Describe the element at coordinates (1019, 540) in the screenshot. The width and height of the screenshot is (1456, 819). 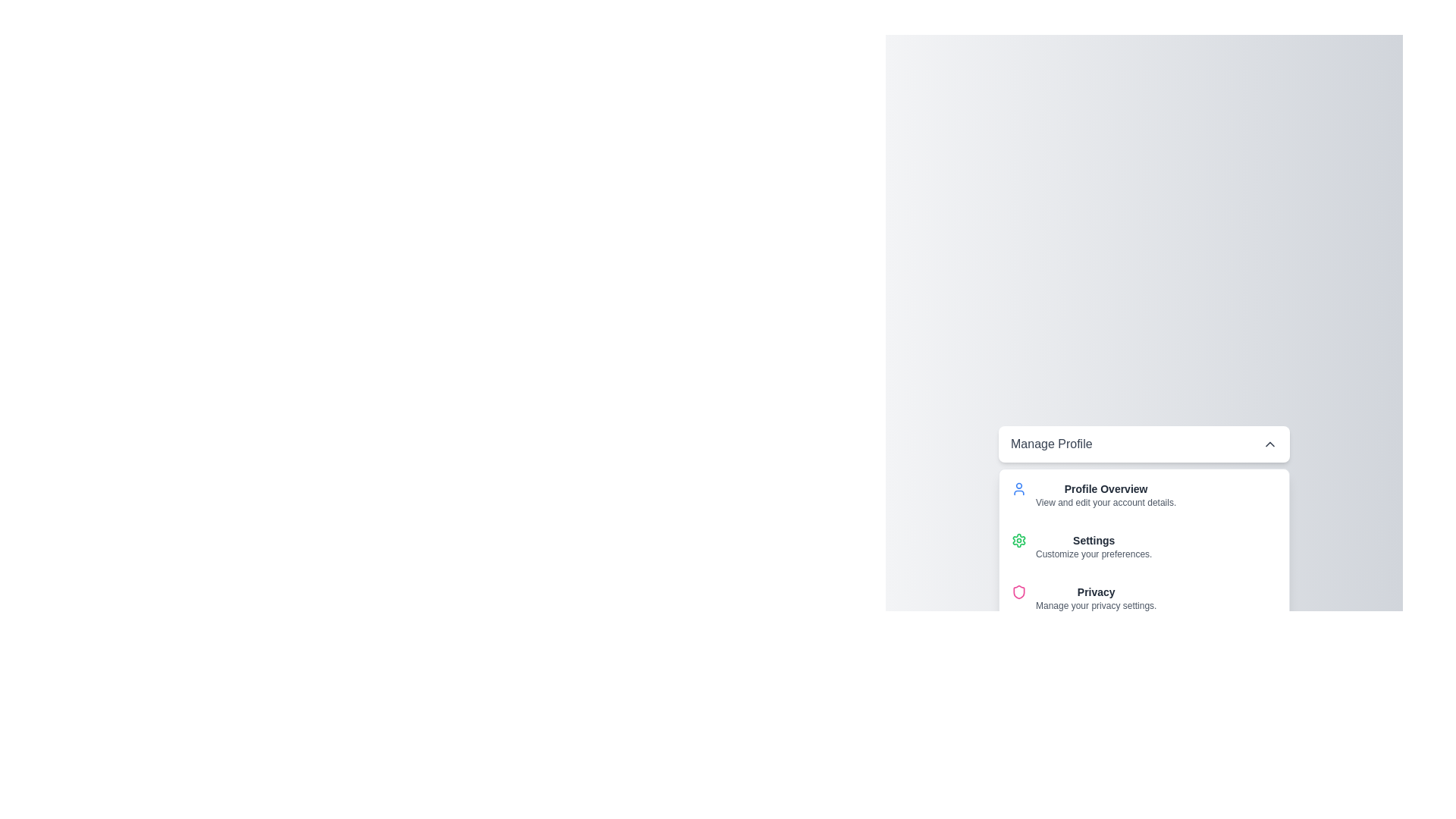
I see `the green gear icon located to the left of the 'Settings' text under the 'Manage Profile' menu` at that location.